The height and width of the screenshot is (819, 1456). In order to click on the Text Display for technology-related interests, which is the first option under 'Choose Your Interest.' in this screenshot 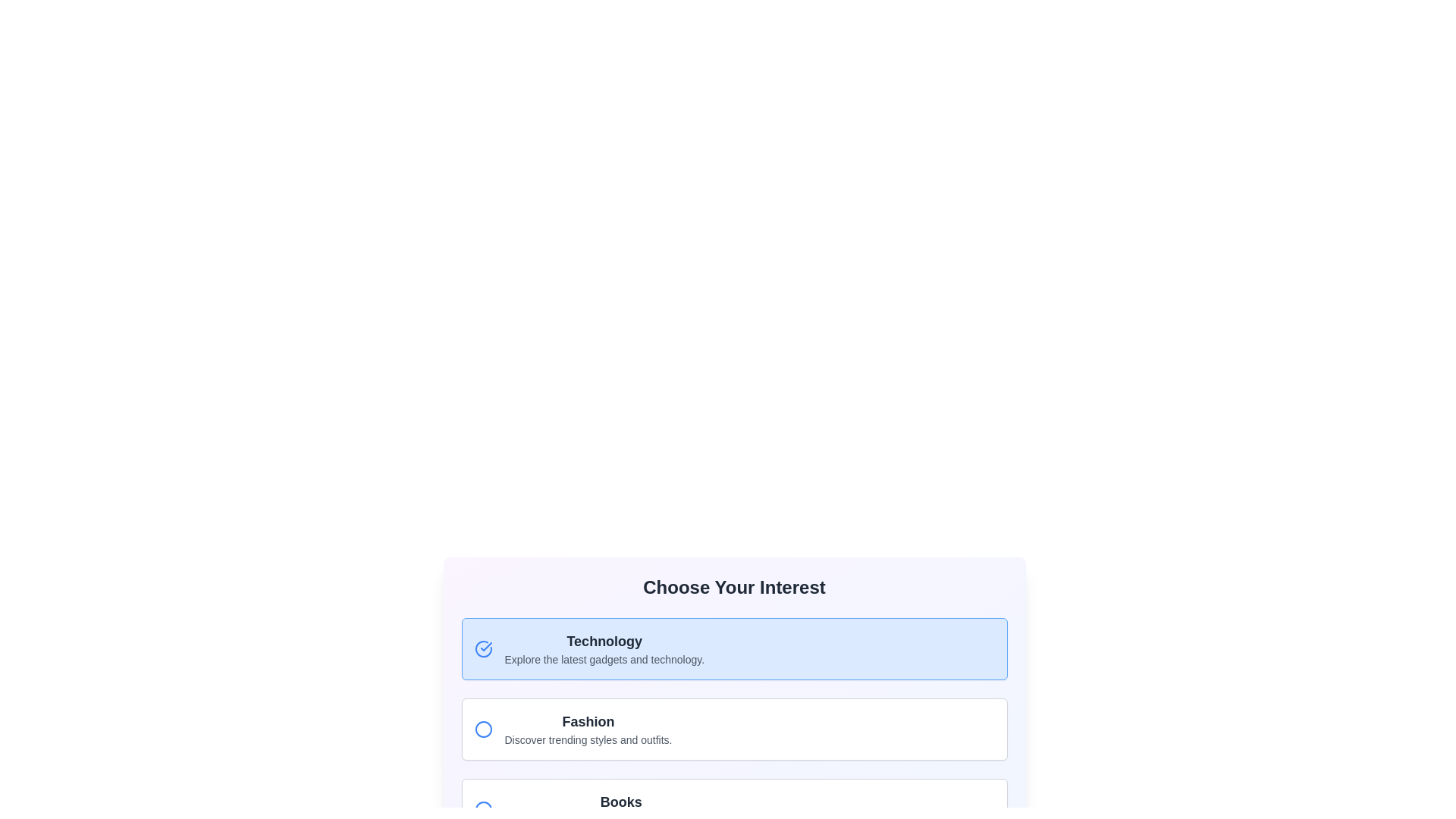, I will do `click(604, 648)`.